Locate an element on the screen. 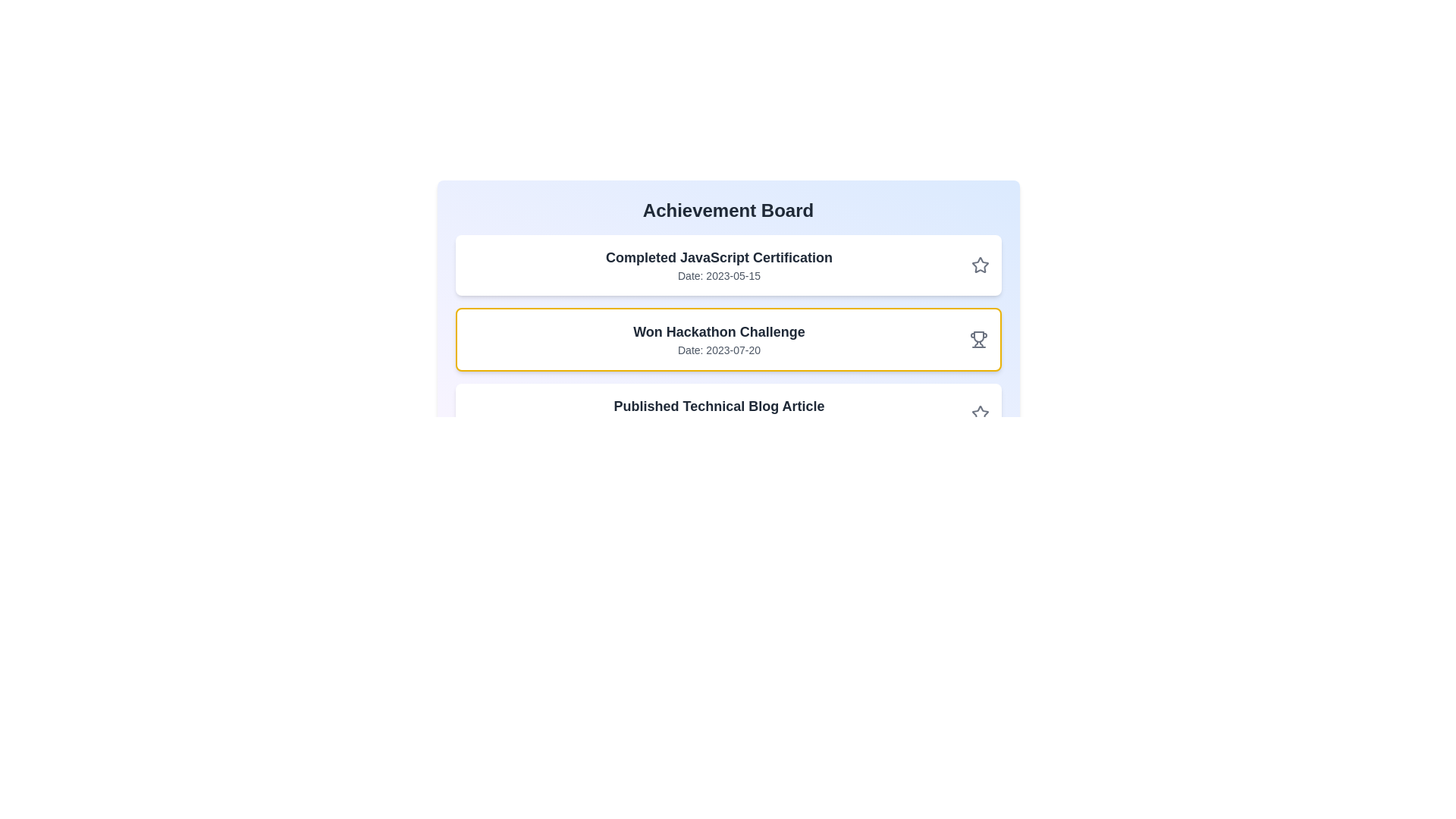 Image resolution: width=1456 pixels, height=819 pixels. the achievement card with title Completed JavaScript Certification is located at coordinates (728, 265).